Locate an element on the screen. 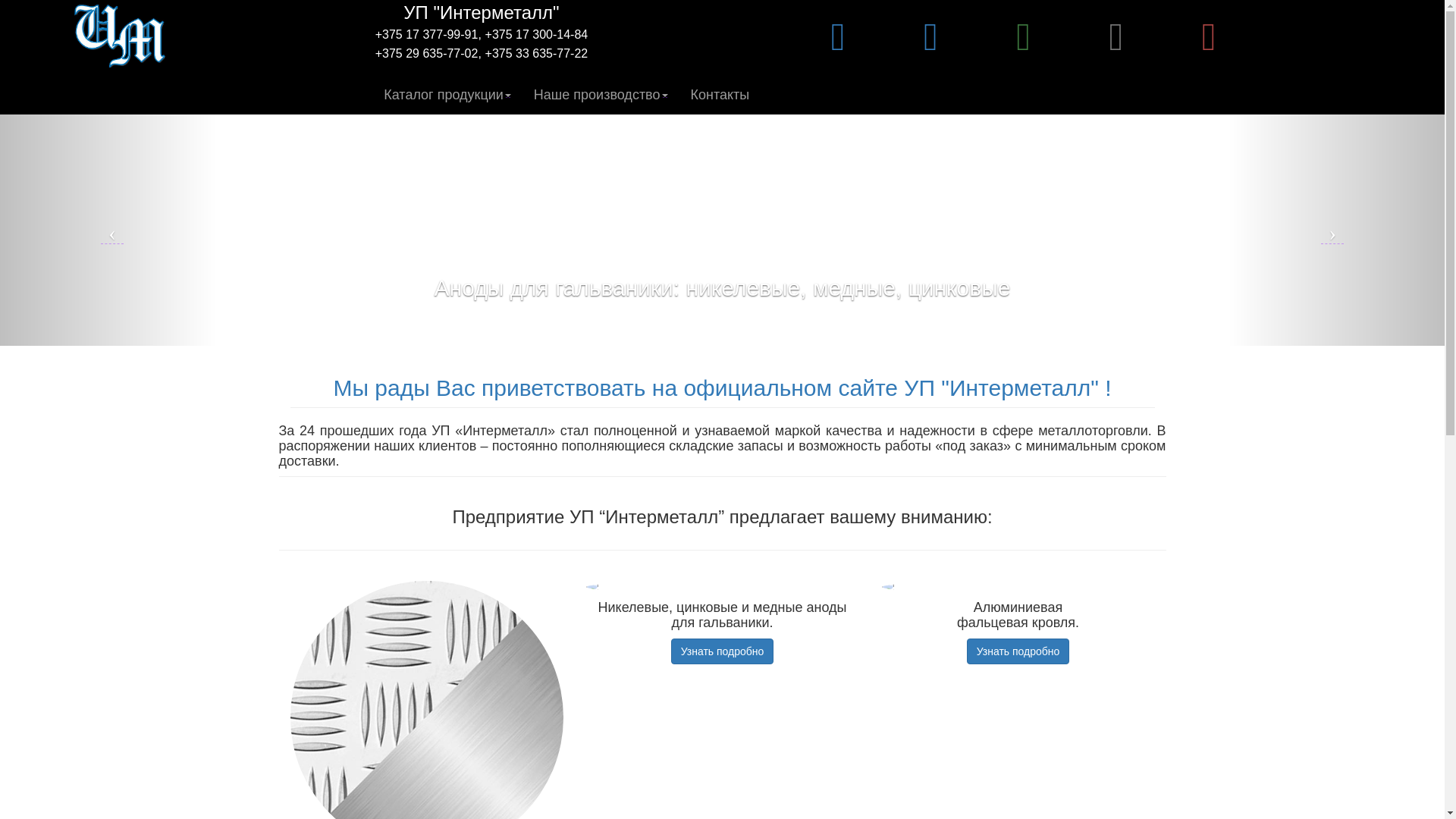 Image resolution: width=1456 pixels, height=819 pixels. '+375 33 635-77-22' is located at coordinates (484, 52).